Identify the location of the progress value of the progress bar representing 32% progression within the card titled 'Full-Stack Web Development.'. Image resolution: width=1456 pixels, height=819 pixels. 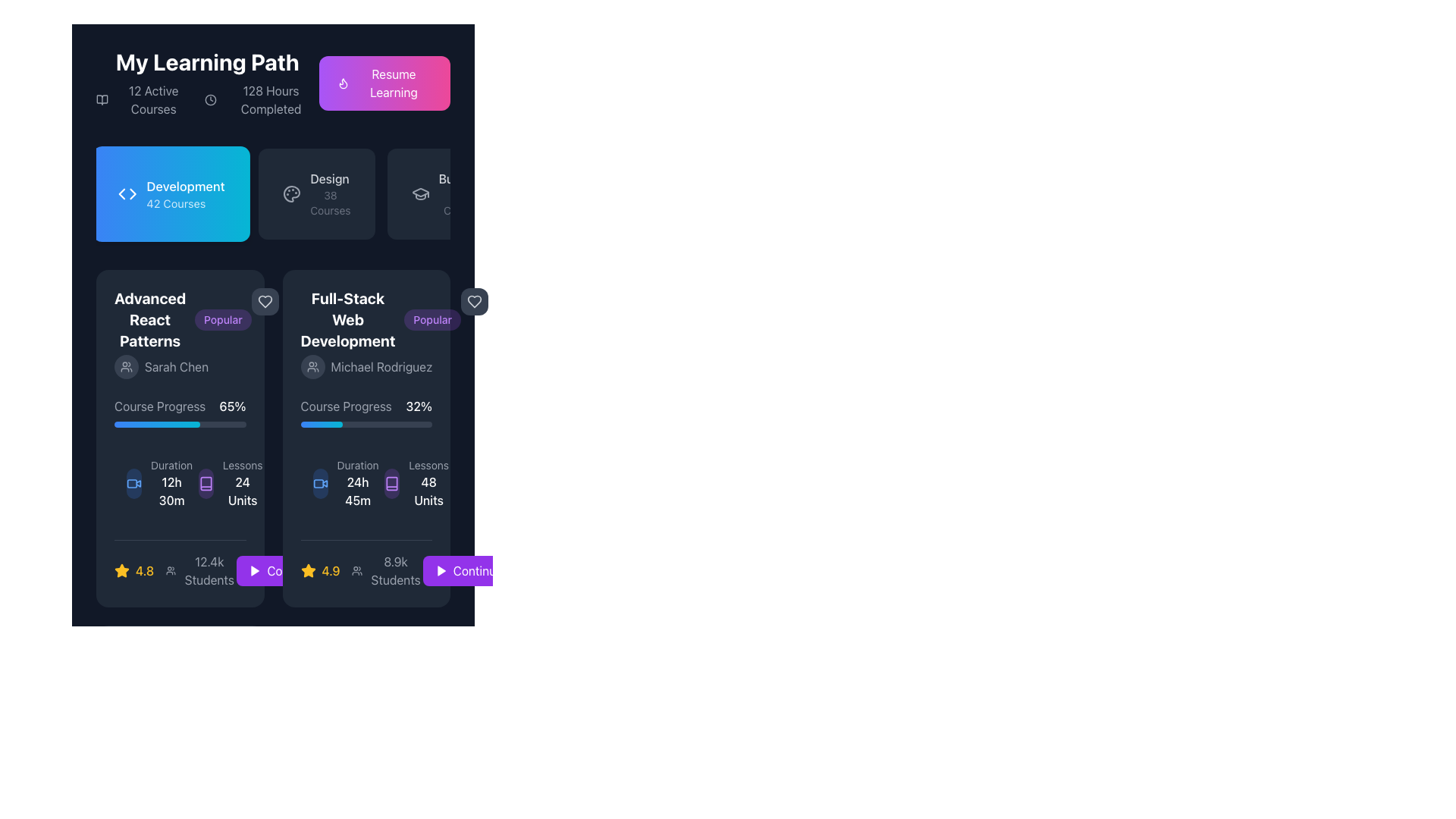
(366, 424).